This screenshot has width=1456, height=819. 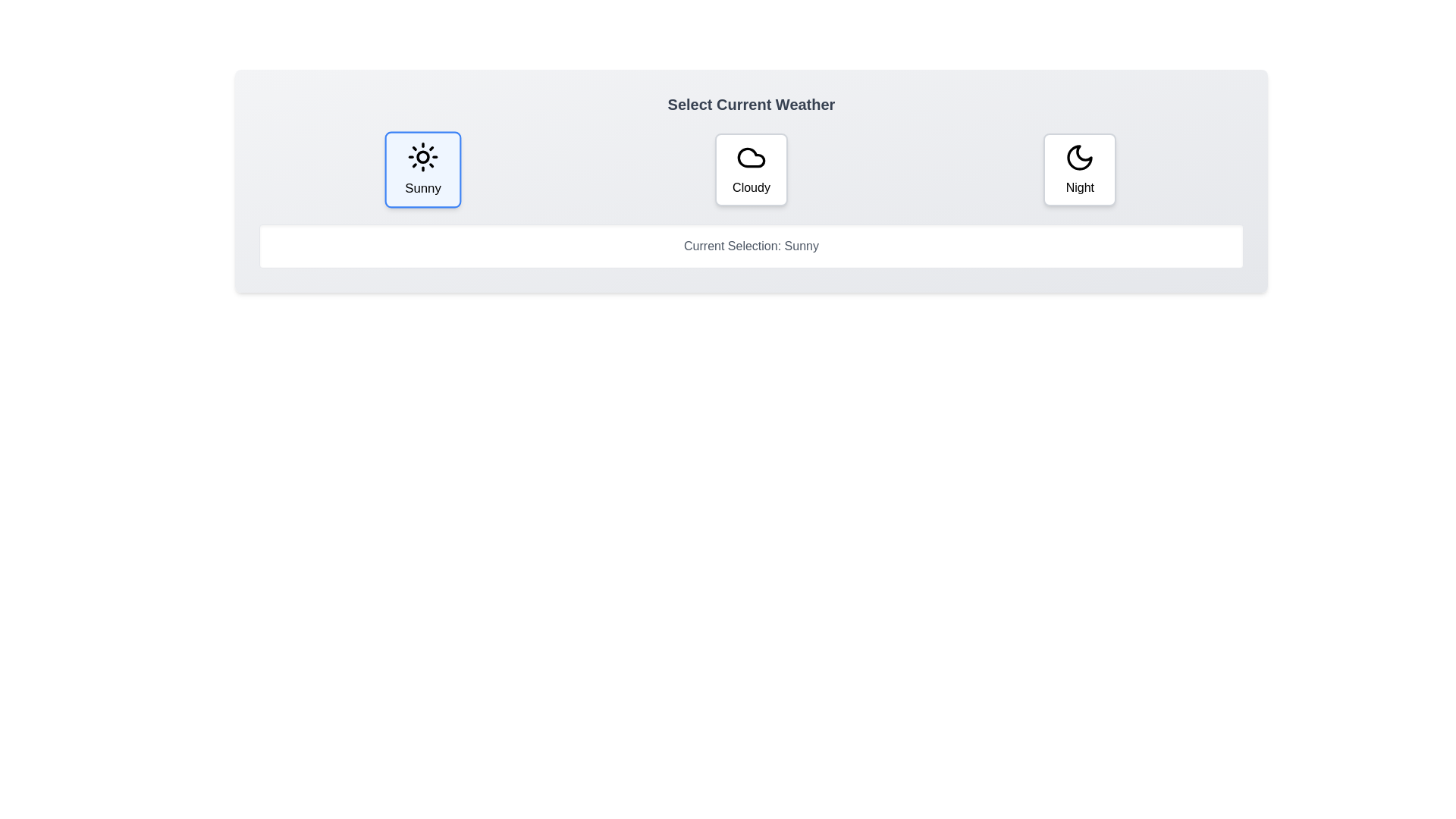 I want to click on the button corresponding to the weather option Night, so click(x=1078, y=169).